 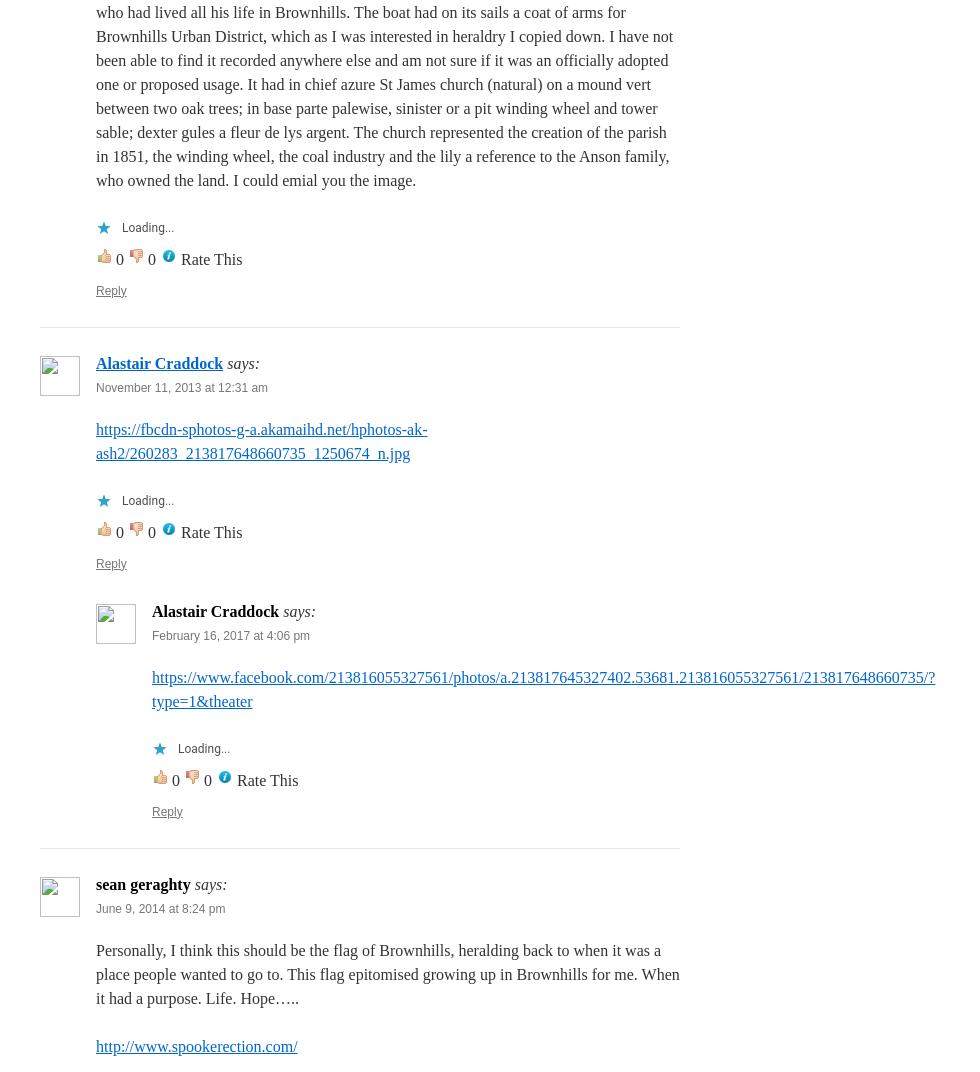 What do you see at coordinates (387, 972) in the screenshot?
I see `'Personally,  I think this should be the flag of Brownhills, heralding back to when it was a place people wanted to go to. This flag epitomised growing up in Brownhills for me. When it had a purpose. Life. Hope…..'` at bounding box center [387, 972].